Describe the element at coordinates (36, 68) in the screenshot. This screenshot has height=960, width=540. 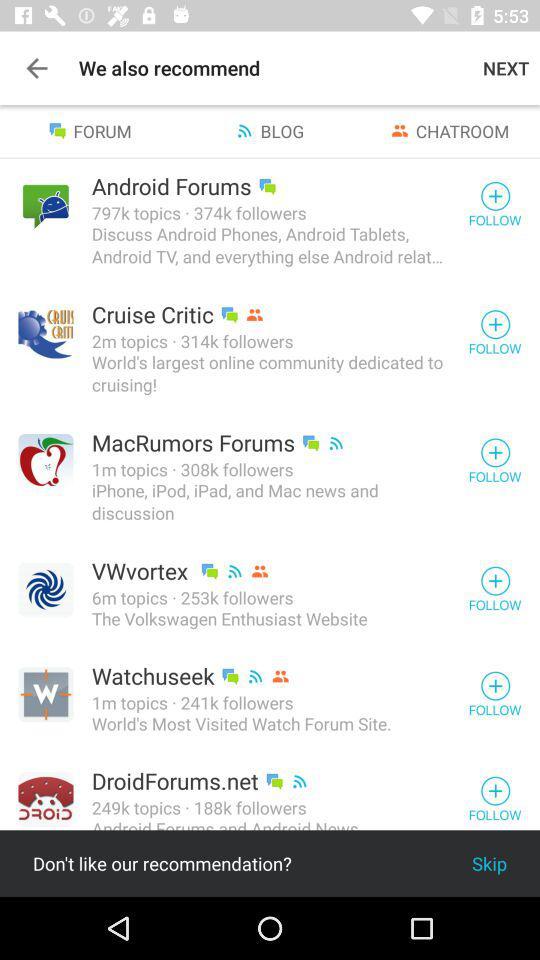
I see `app next to the we also recommend icon` at that location.